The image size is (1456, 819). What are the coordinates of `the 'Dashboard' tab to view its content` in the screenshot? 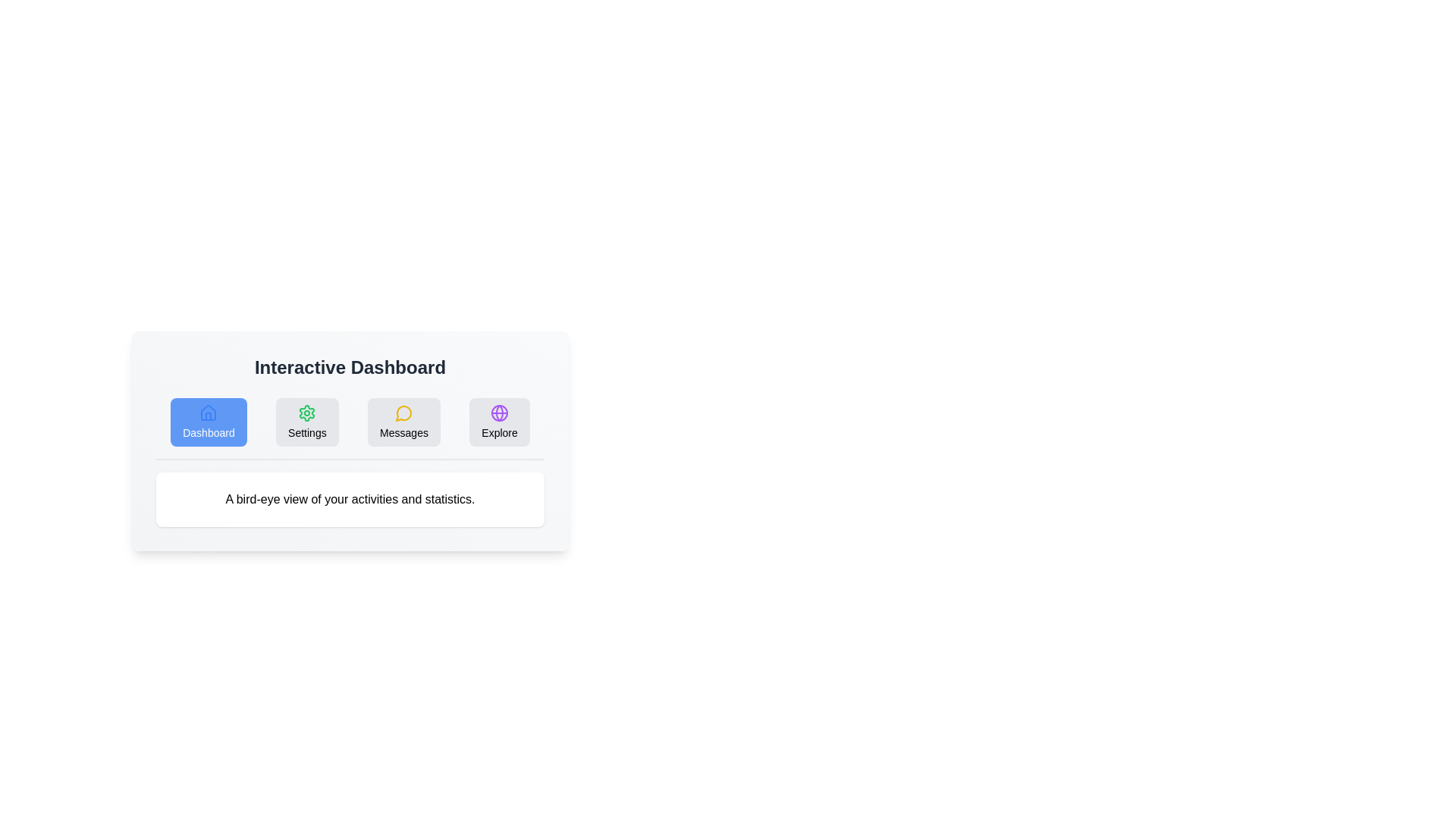 It's located at (208, 422).